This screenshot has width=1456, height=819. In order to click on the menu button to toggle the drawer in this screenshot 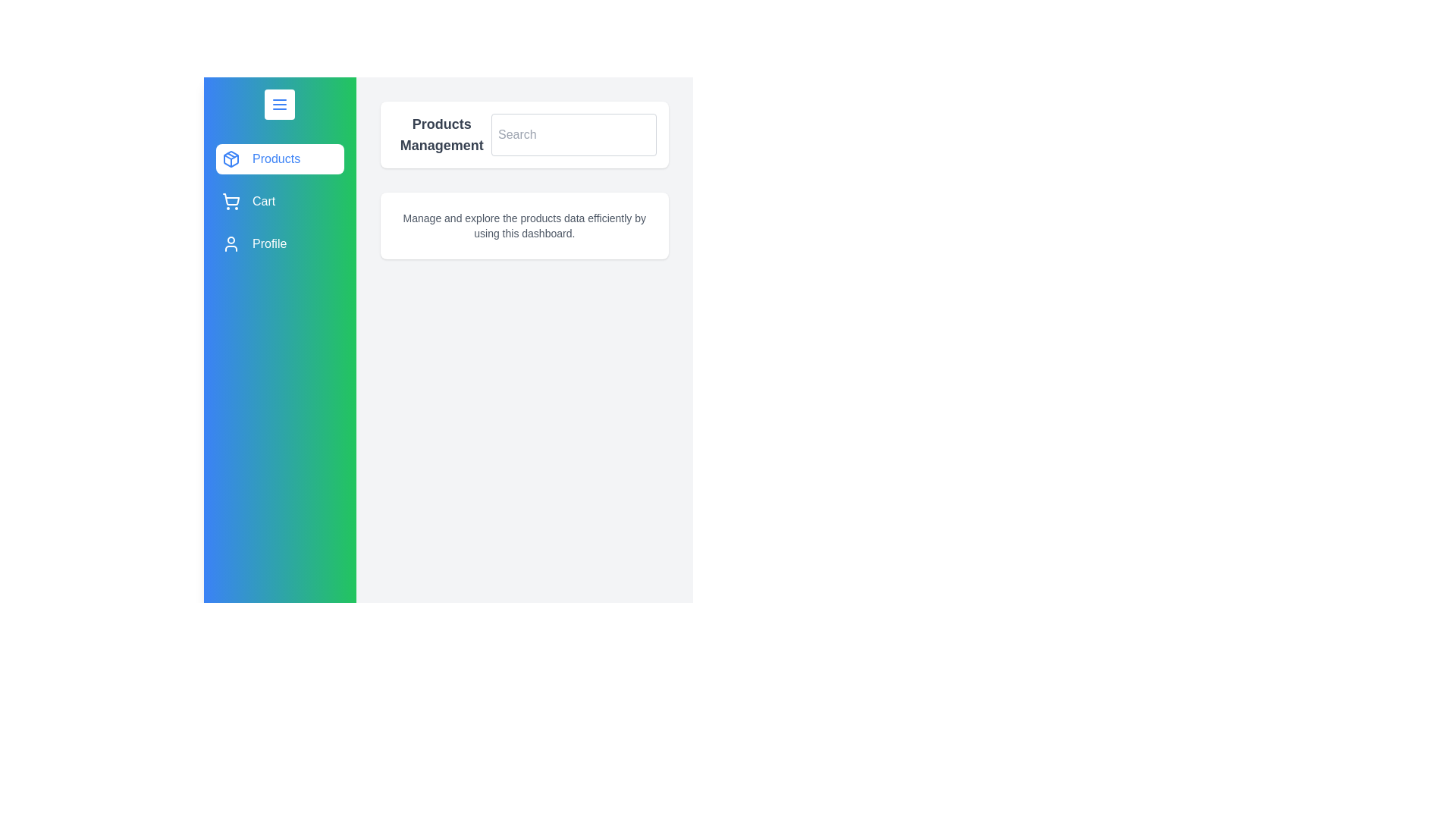, I will do `click(280, 104)`.